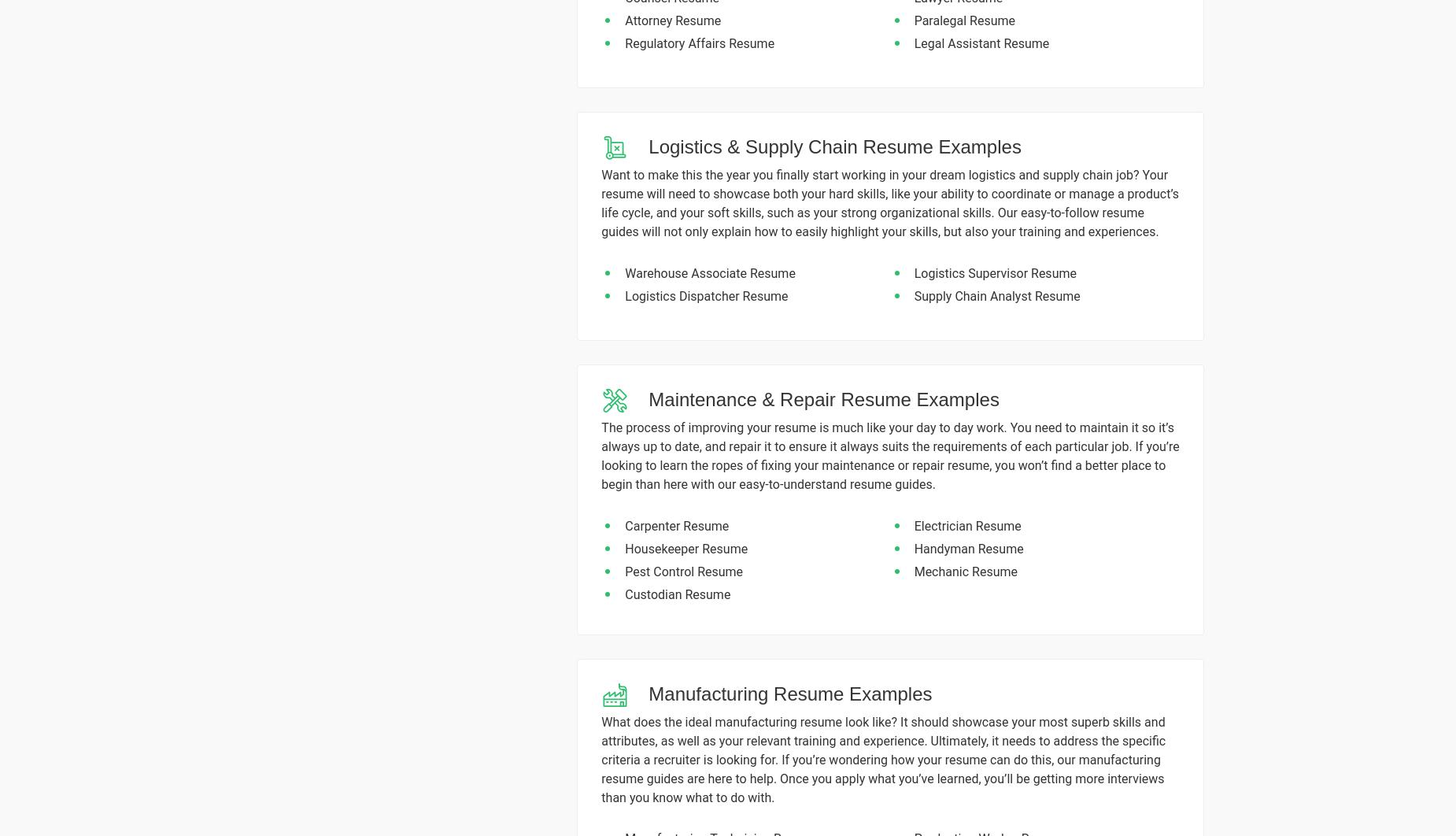 The height and width of the screenshot is (836, 1456). I want to click on 'What does the ideal manufacturing resume look like? It should showcase your most superb skills and attributes, as well as your relevant training and experience. Ultimately, it needs to address the specific criteria a recruiter is looking for. If you’re wondering how your resume can do this, our manufacturing resume guides are here to help. Once you apply what you’ve learned, you’ll be getting more interviews than you know what to do with.', so click(882, 758).